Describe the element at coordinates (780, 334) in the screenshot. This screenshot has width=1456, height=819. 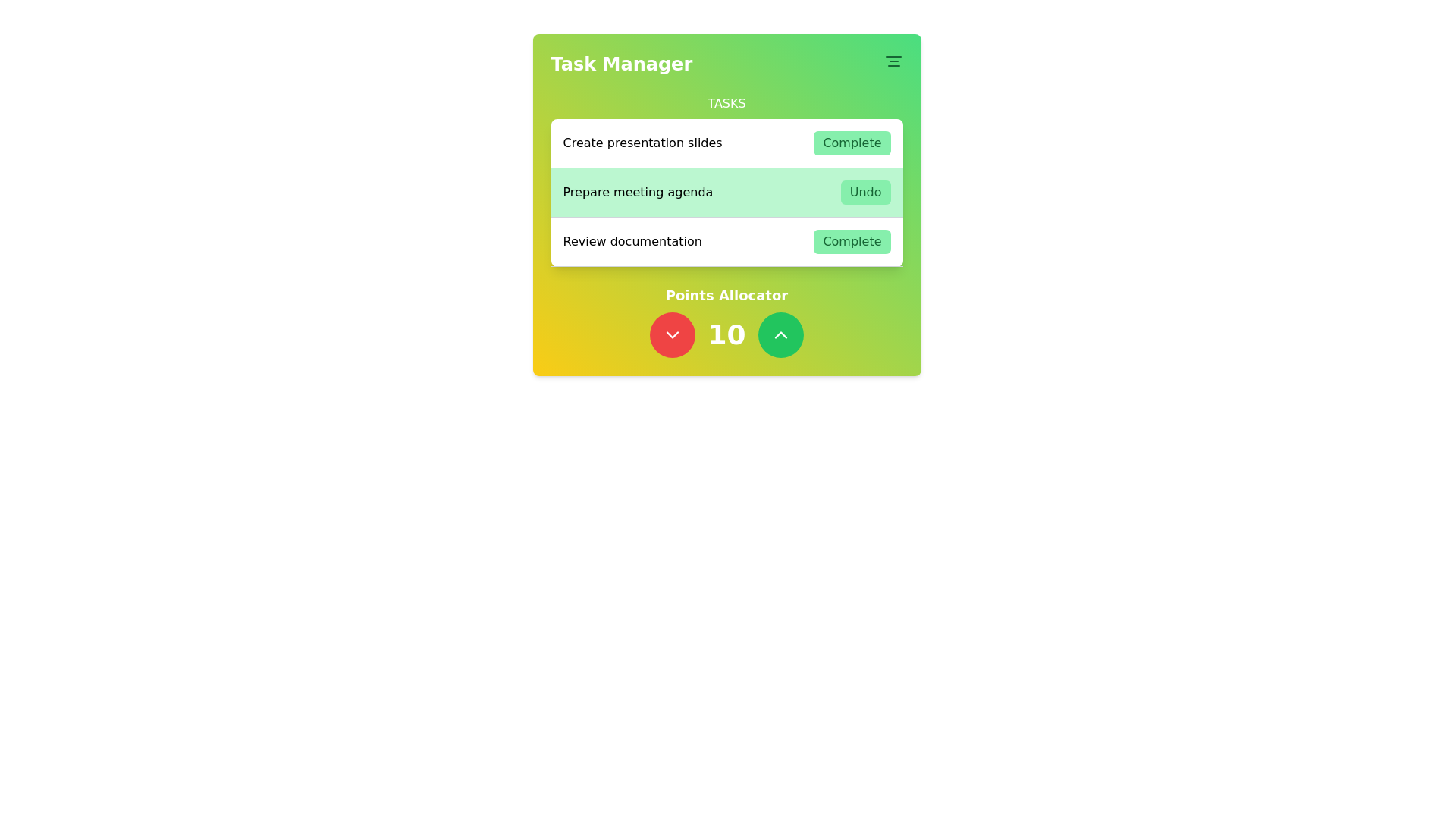
I see `the interactive button to increase the numerical value in the 'Points Allocator' section` at that location.